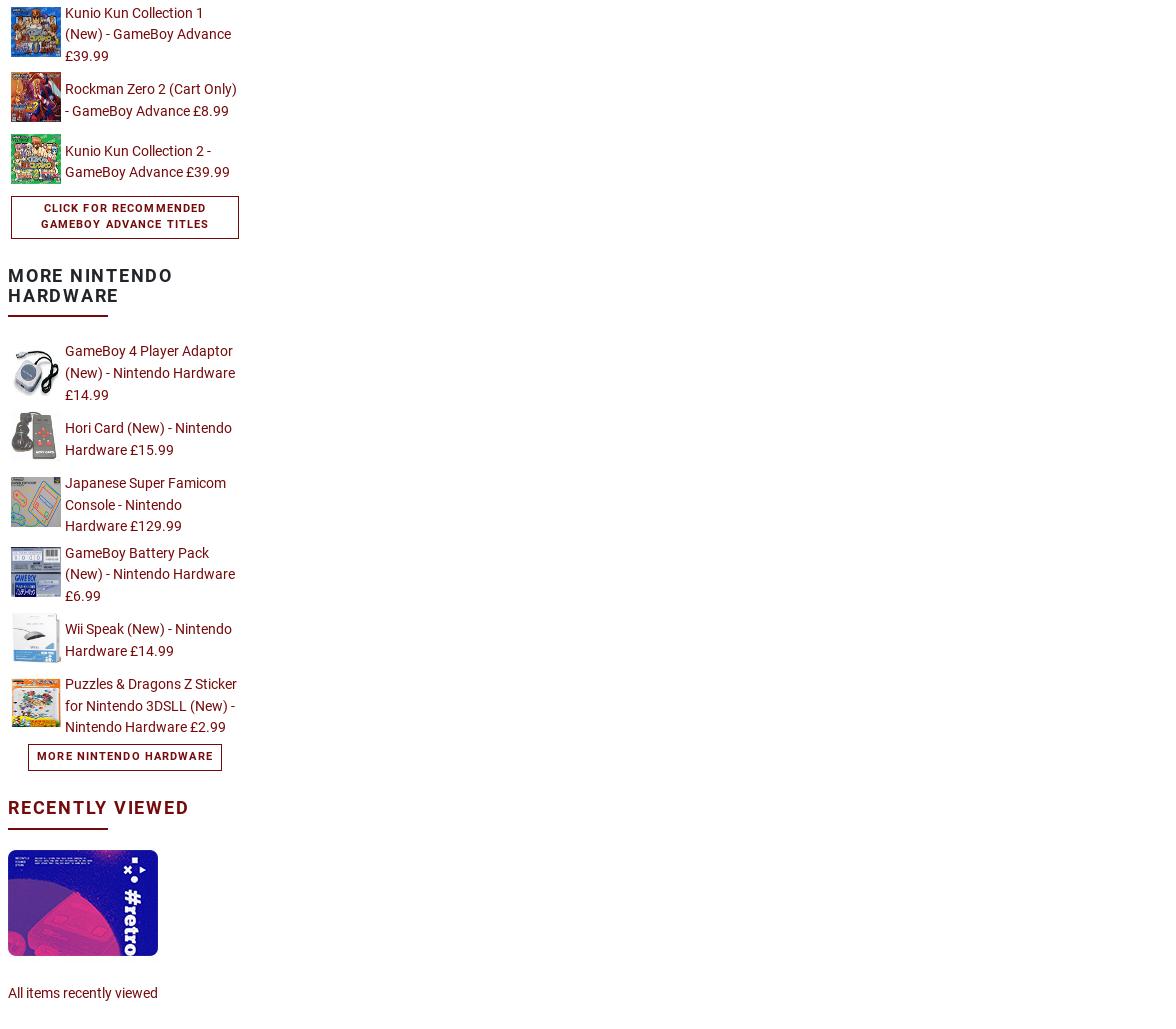 The image size is (1176, 1029). Describe the element at coordinates (147, 161) in the screenshot. I see `'Kunio Kun Collection 2 - GameBoy Advance £39.99'` at that location.